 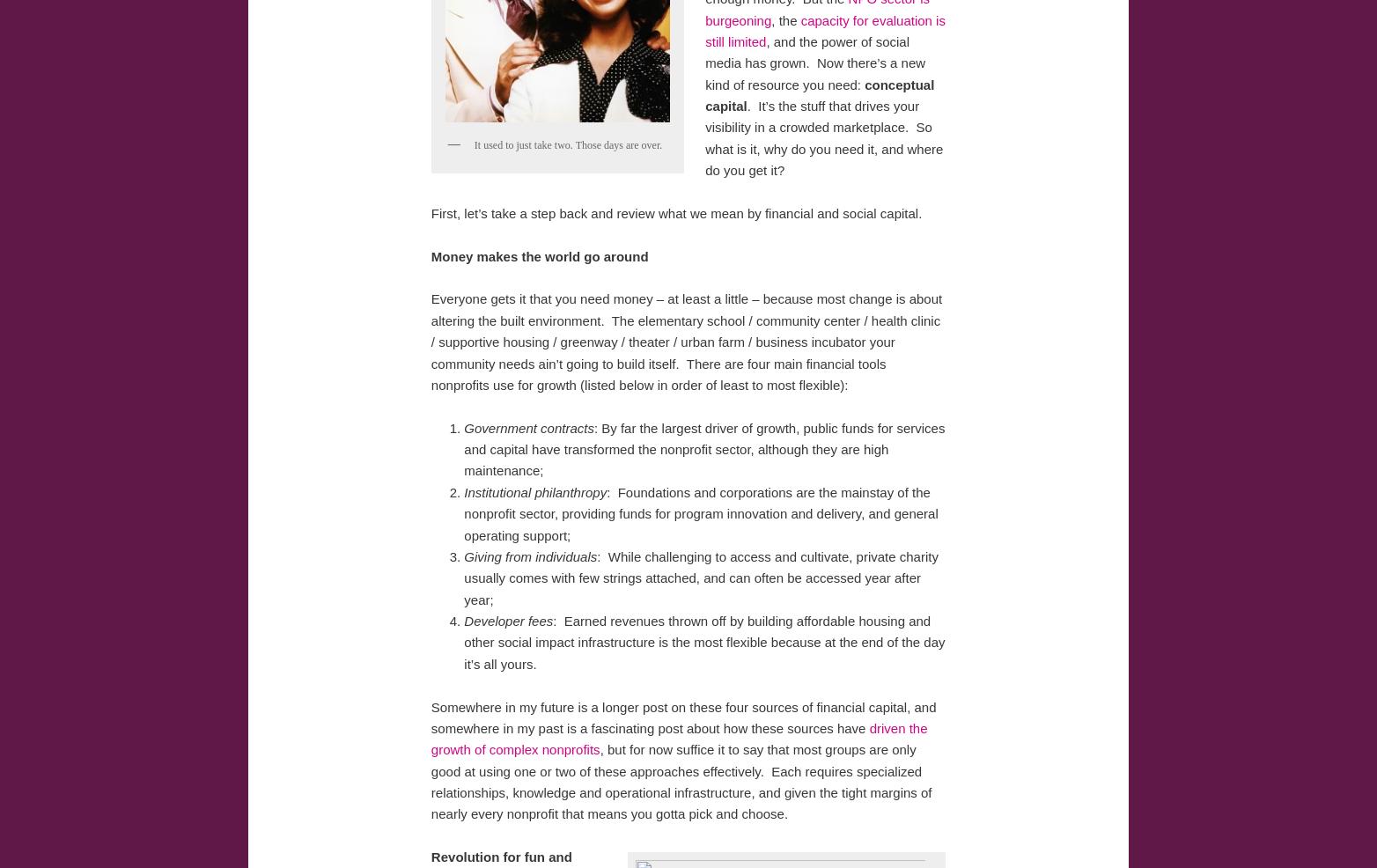 I want to click on ', but for now suffice it to say that most groups are only good at using one or two of these approaches effectively.  Each requires specialized relationships, knowledge and operational infrastructure, and given the tight margins of nearly every nonprofit that means you gotta pick and choose.', so click(x=680, y=780).